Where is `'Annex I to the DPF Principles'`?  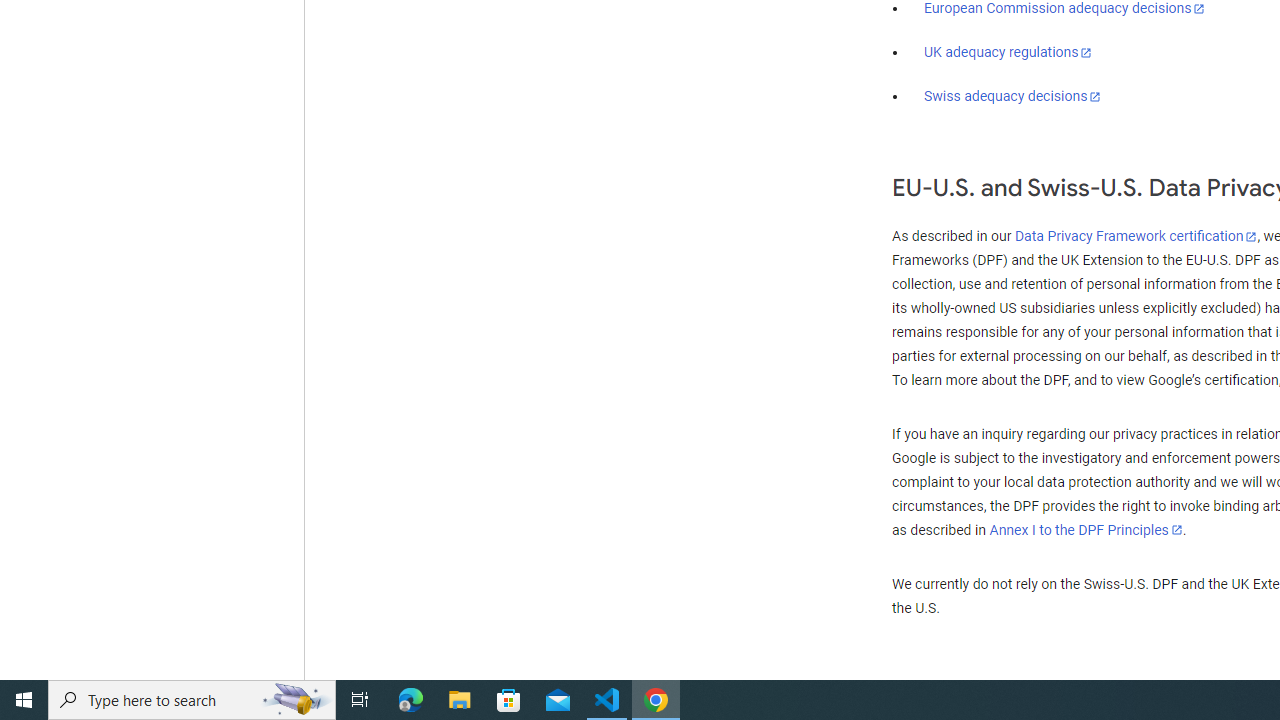
'Annex I to the DPF Principles' is located at coordinates (1085, 529).